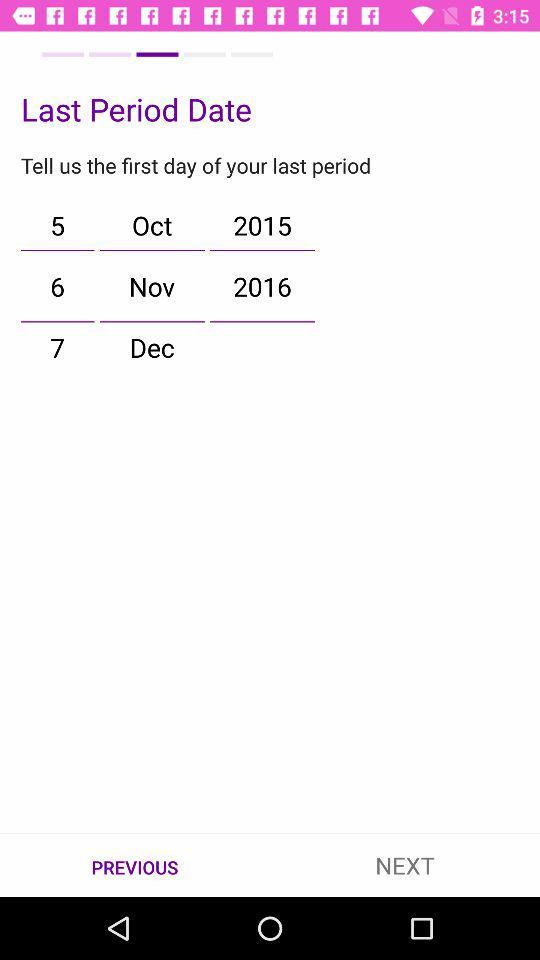 The height and width of the screenshot is (960, 540). I want to click on icon next to next item, so click(135, 865).